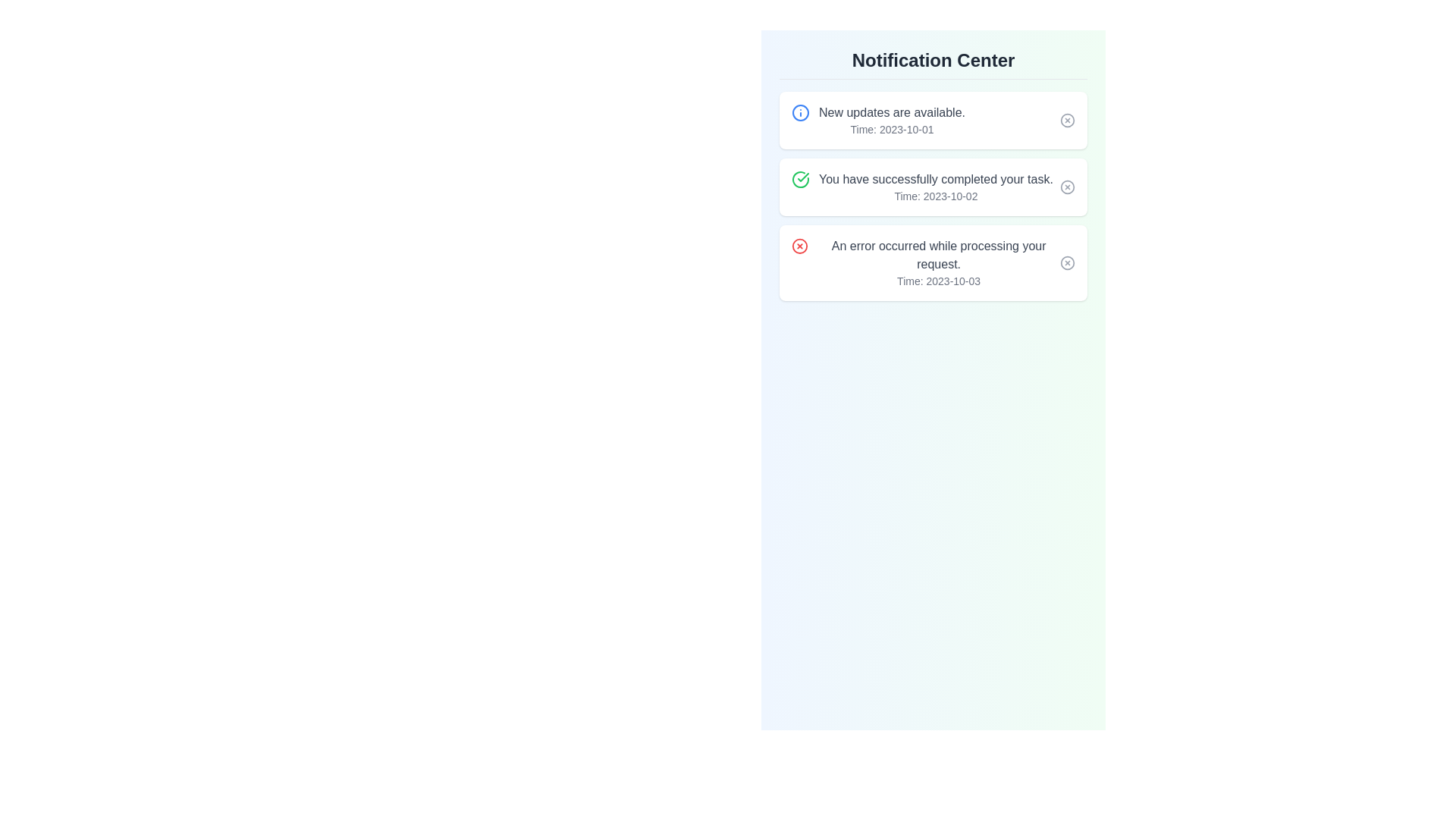 Image resolution: width=1456 pixels, height=819 pixels. Describe the element at coordinates (921, 186) in the screenshot. I see `information from the Notification item indicating successful task completion, which is the second item in the list` at that location.